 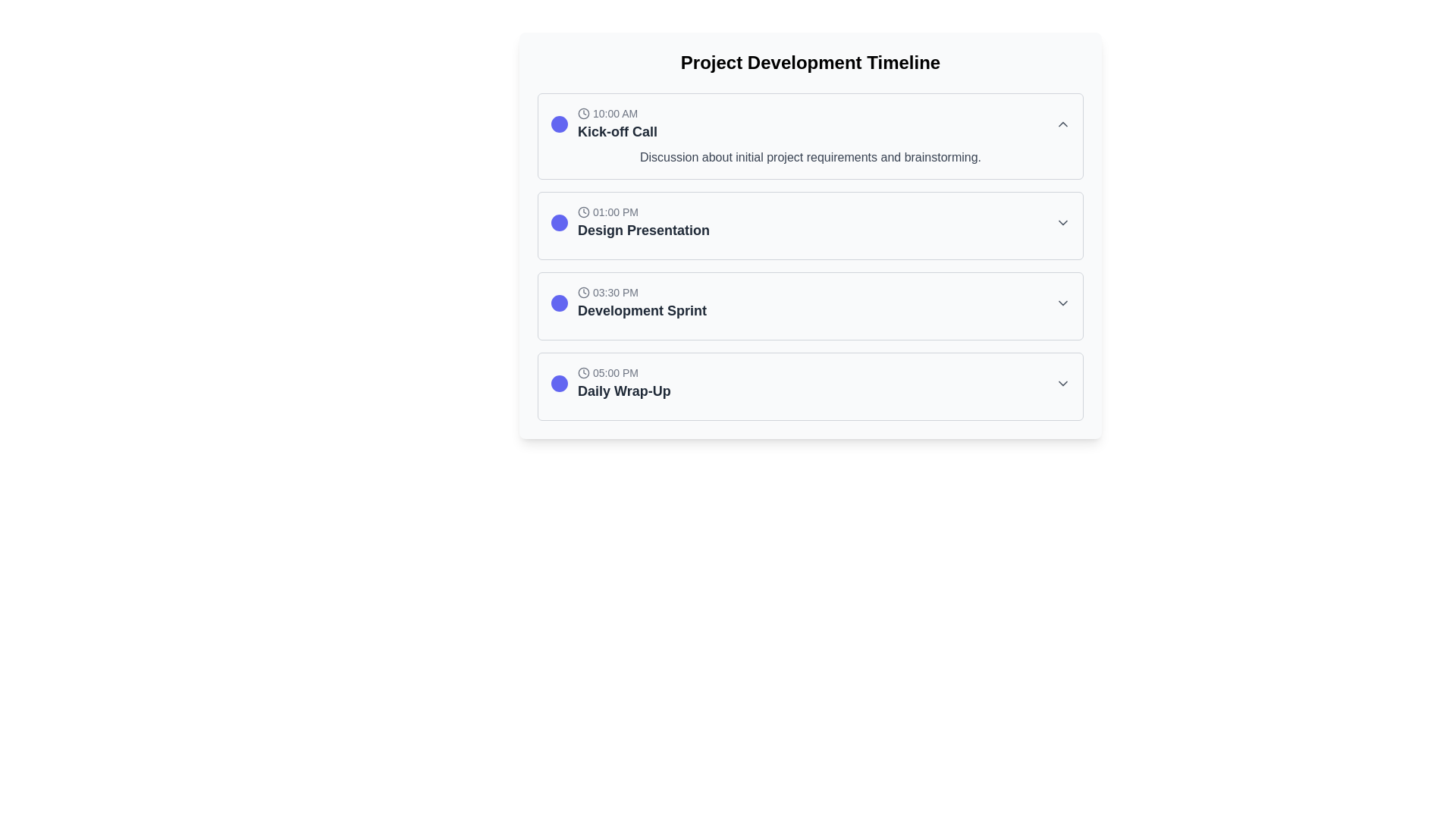 What do you see at coordinates (559, 124) in the screenshot?
I see `the circular status indicator icon for the '10:00 AM Kick-off Call' entry, which is located to the left of the event's textual information` at bounding box center [559, 124].